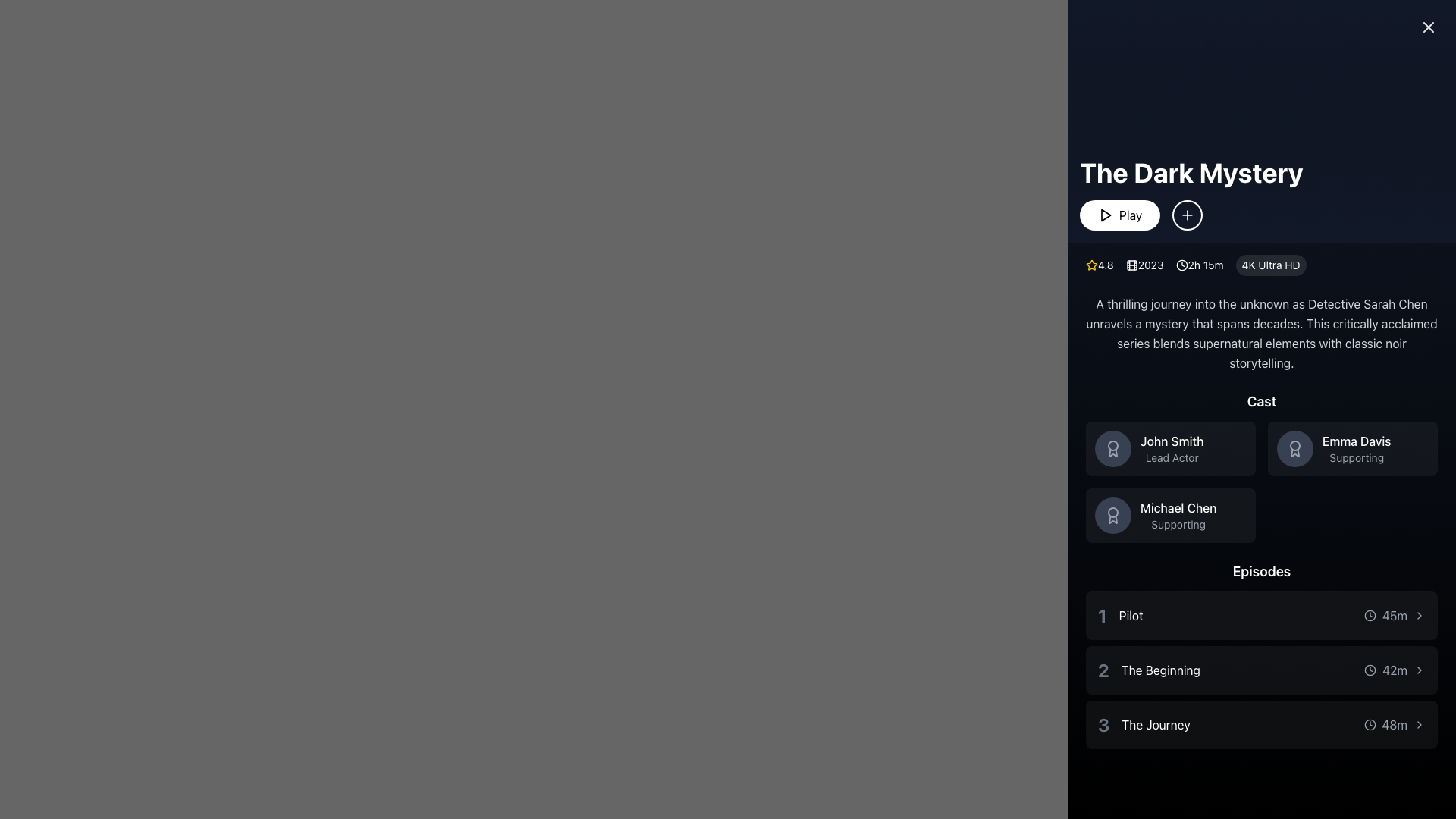 The width and height of the screenshot is (1456, 819). Describe the element at coordinates (1294, 447) in the screenshot. I see `the award icon located in the profile of Emma Davis within the Cast section` at that location.